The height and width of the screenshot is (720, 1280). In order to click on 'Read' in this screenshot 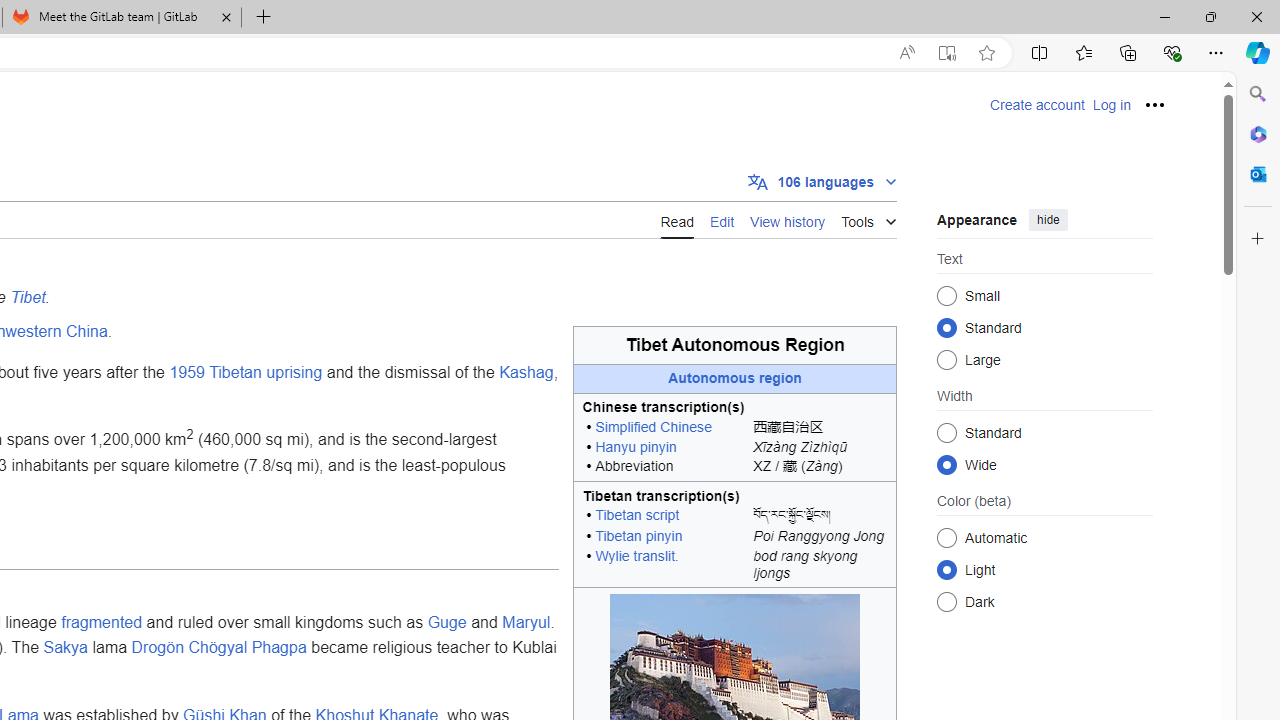, I will do `click(677, 219)`.